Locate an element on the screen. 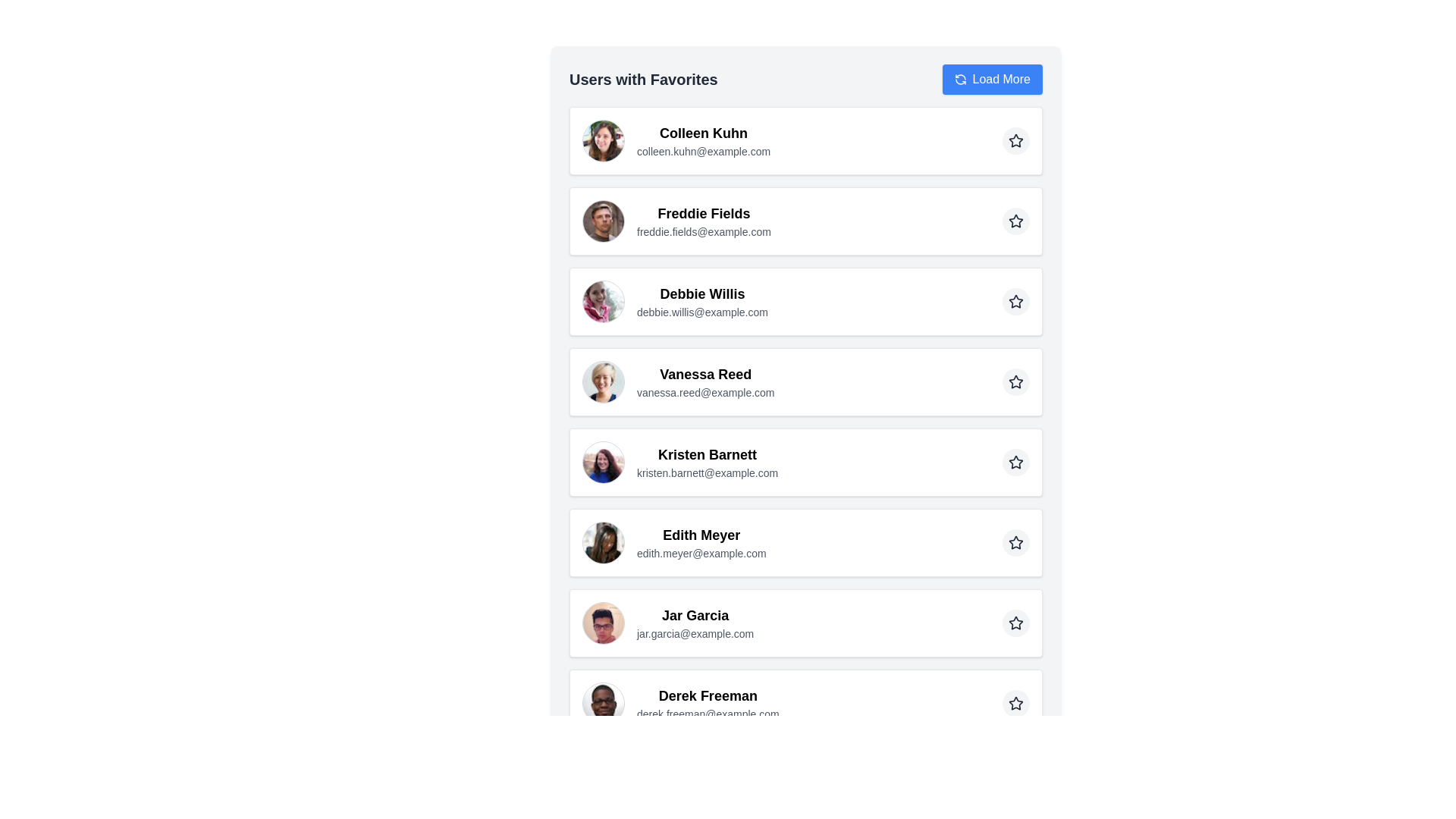  displayed name 'Kristen Barnett' and email address 'kristen.barnett@example.com' from the text block in the fifth user entry of the user list, positioned to the right of the profile picture is located at coordinates (707, 461).